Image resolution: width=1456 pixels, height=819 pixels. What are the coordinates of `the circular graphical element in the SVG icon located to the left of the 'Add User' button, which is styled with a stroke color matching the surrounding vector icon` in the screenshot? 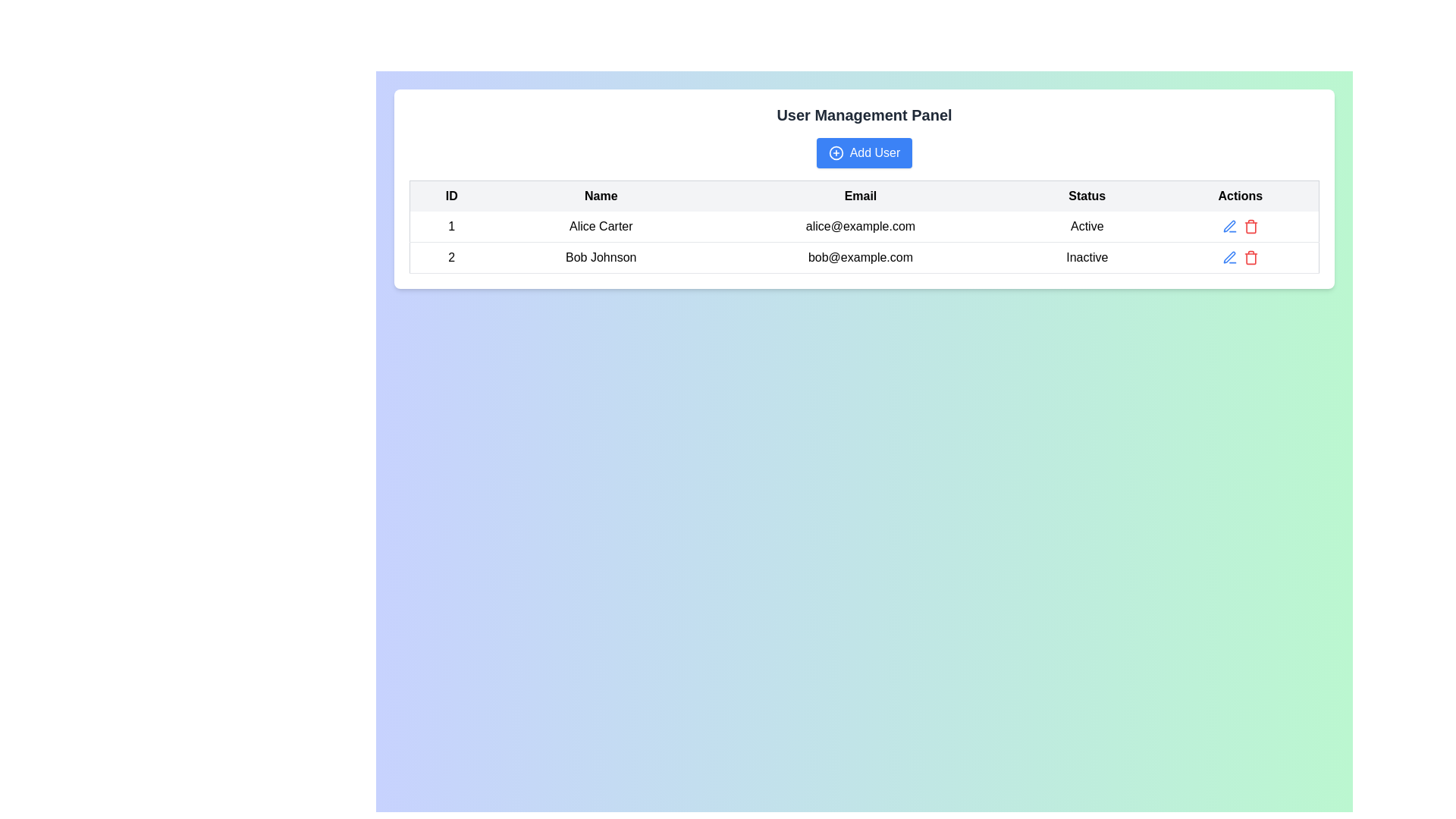 It's located at (835, 152).